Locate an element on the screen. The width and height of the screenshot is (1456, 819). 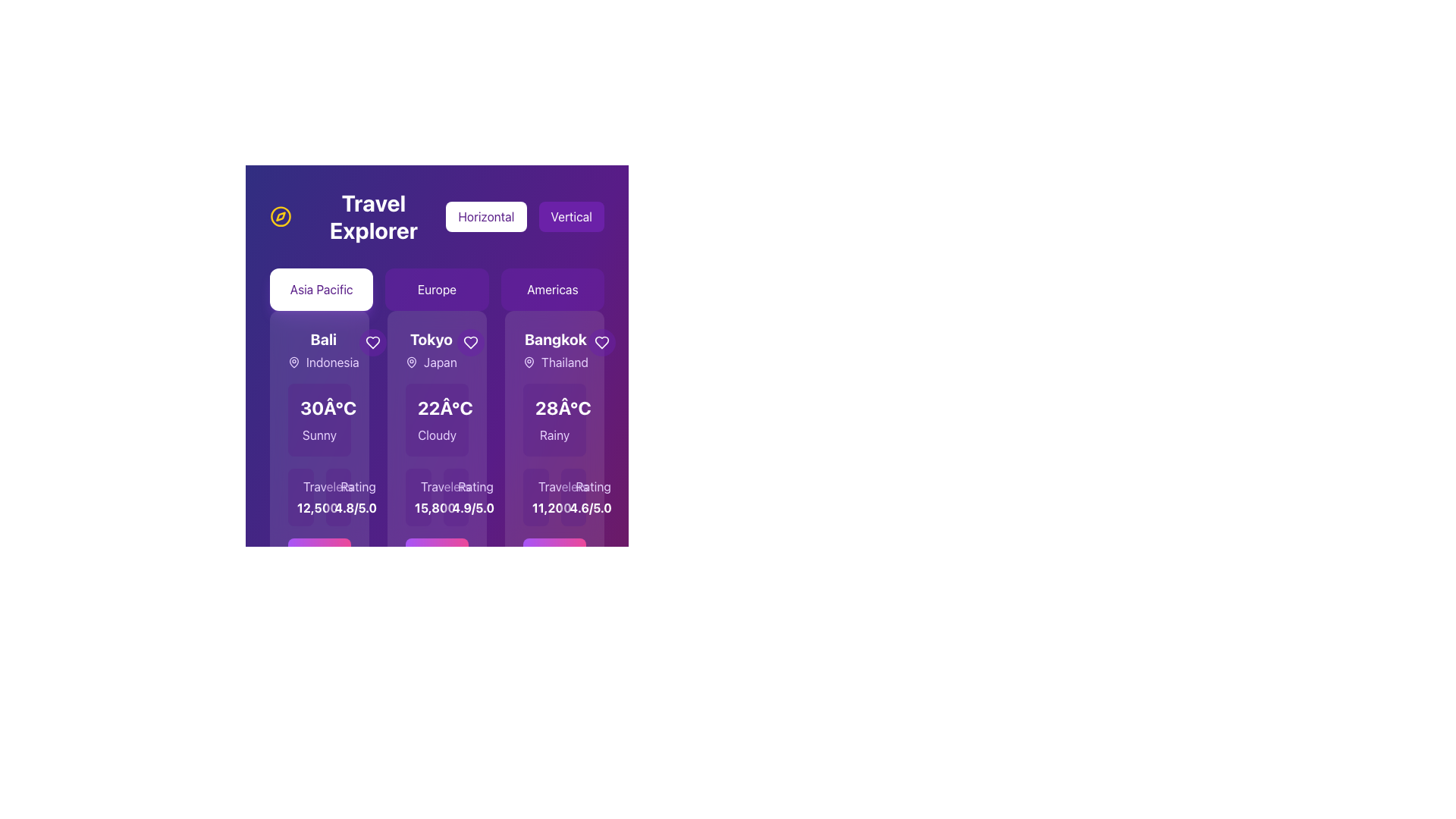
the text displaying '22°C' in bold, white font, located in the 'Tokyo' section above the 'Cloudy' text entry is located at coordinates (436, 406).